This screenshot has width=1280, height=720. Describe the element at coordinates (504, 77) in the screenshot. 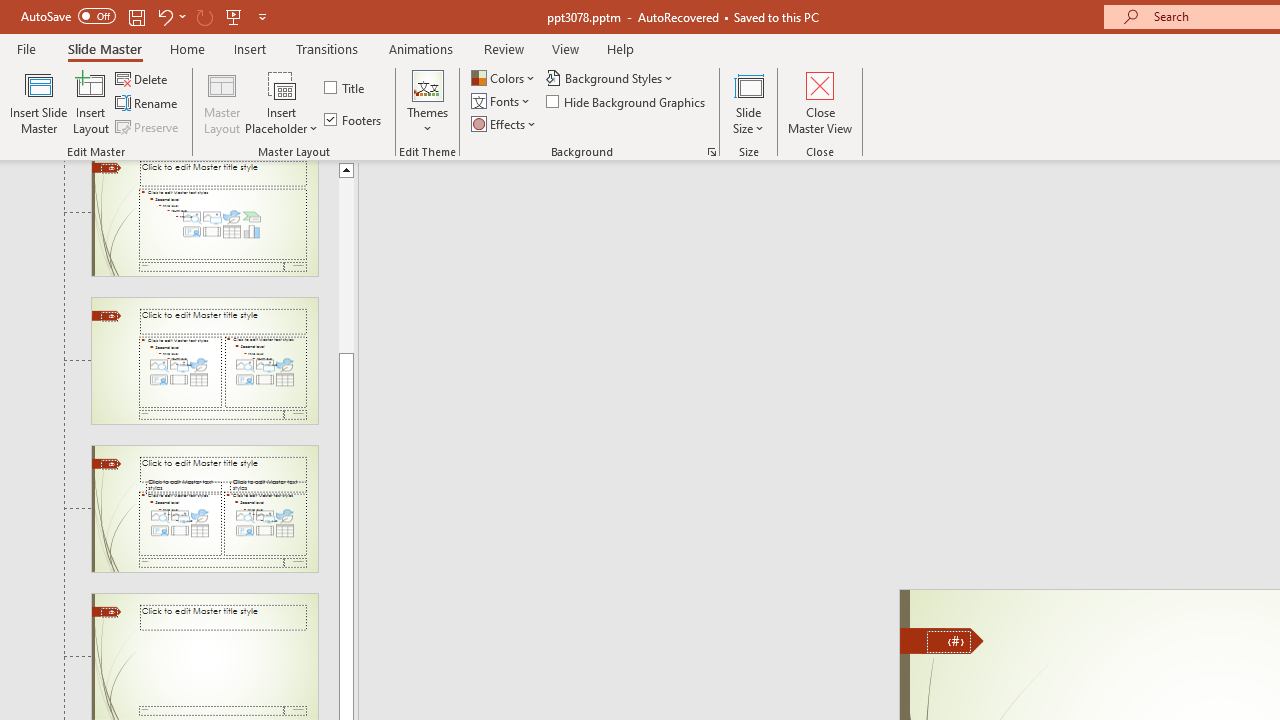

I see `'Colors'` at that location.